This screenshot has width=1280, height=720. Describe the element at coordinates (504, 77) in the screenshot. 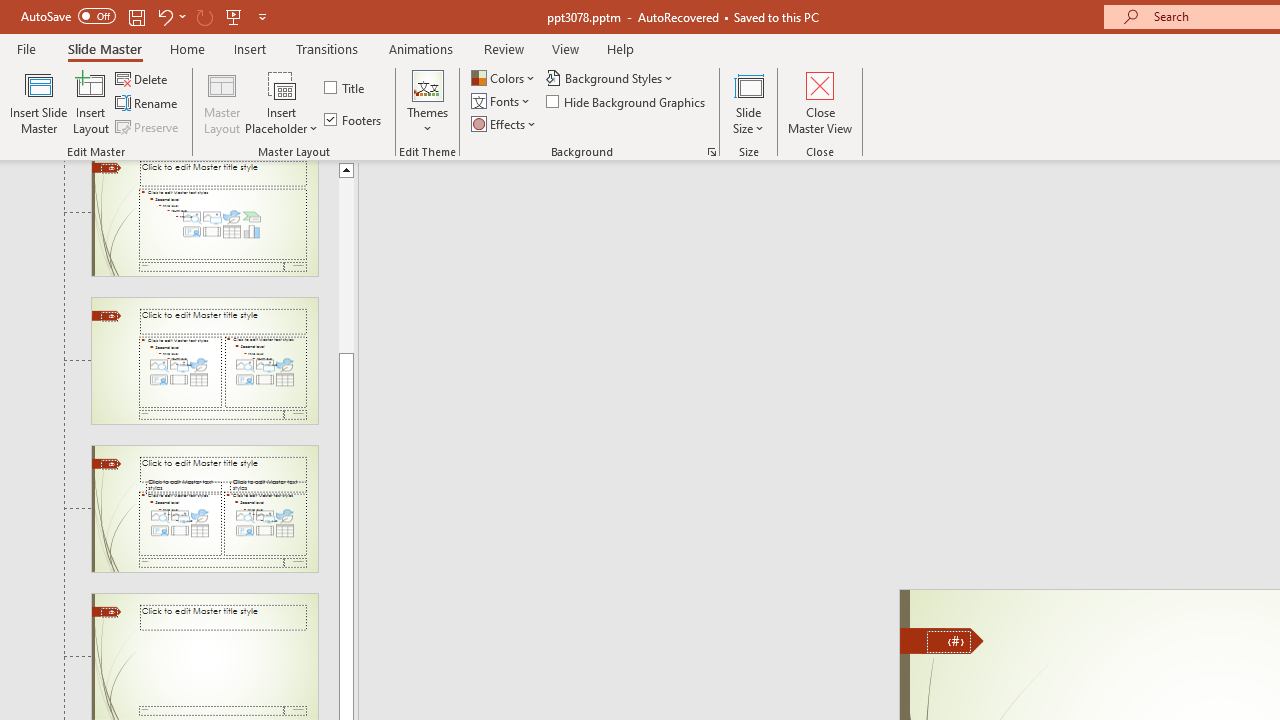

I see `'Colors'` at that location.